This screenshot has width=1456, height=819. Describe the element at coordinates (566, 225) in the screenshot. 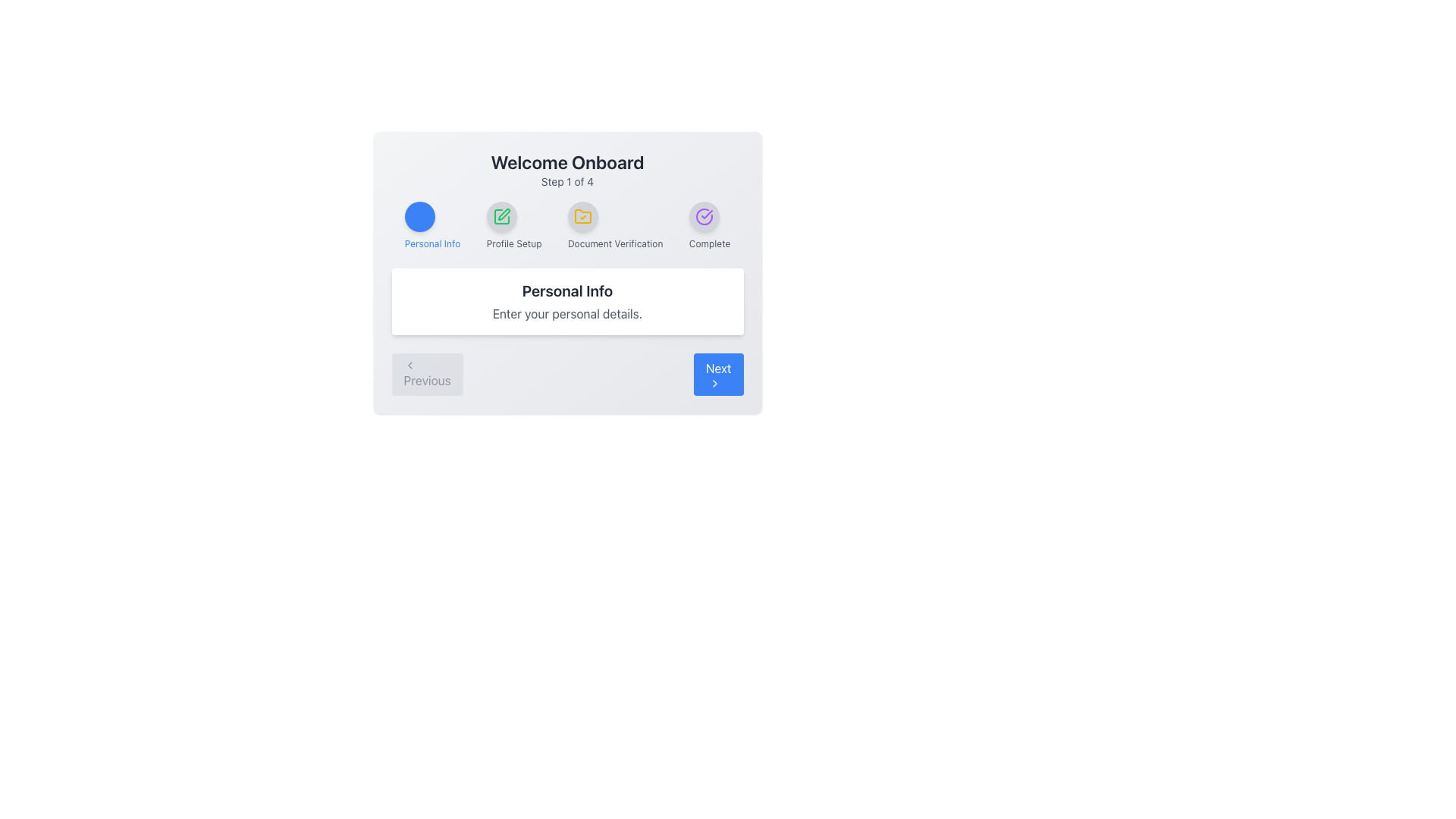

I see `the Progress indicator step` at that location.